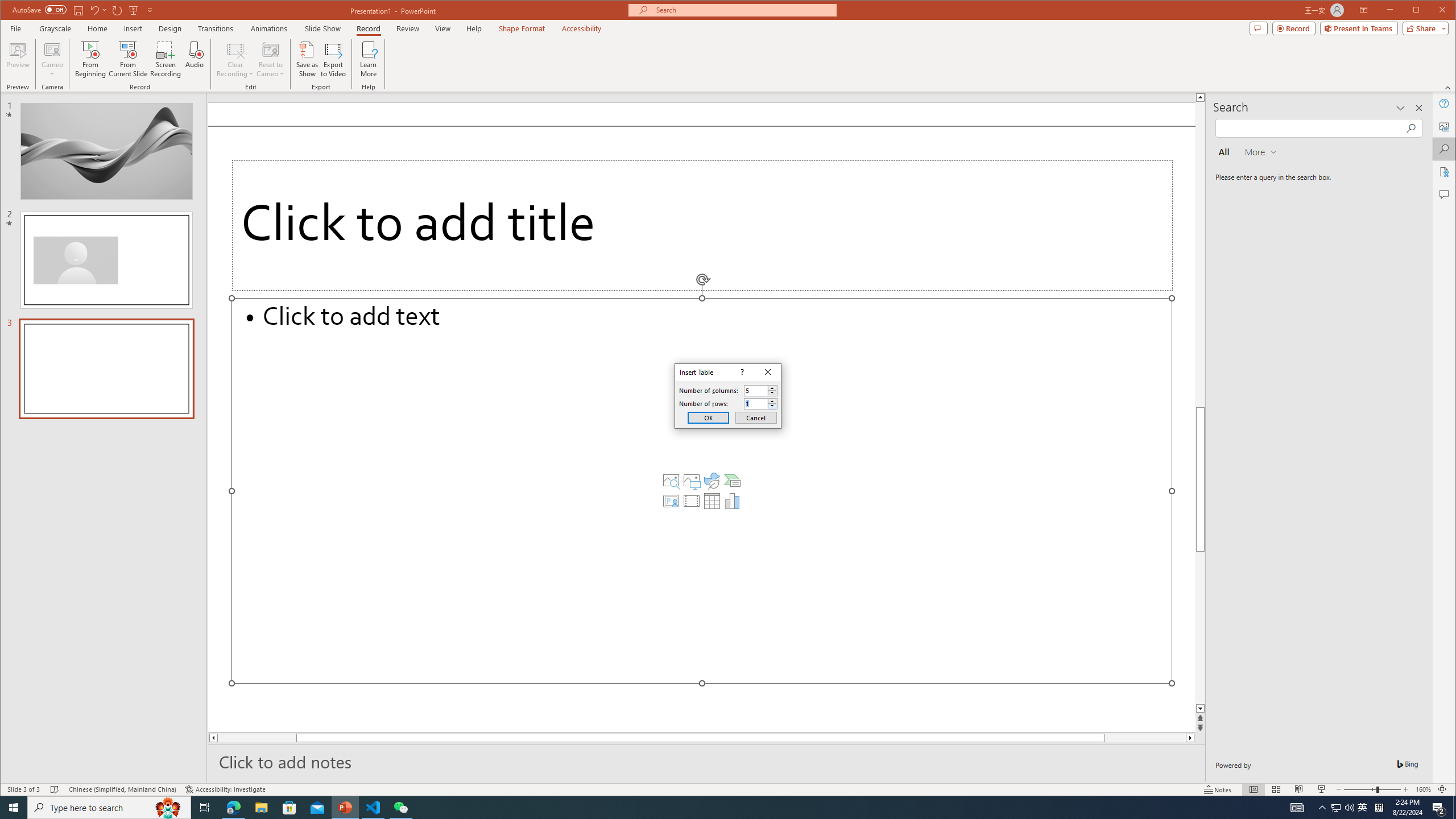  Describe the element at coordinates (708, 417) in the screenshot. I see `'OK'` at that location.